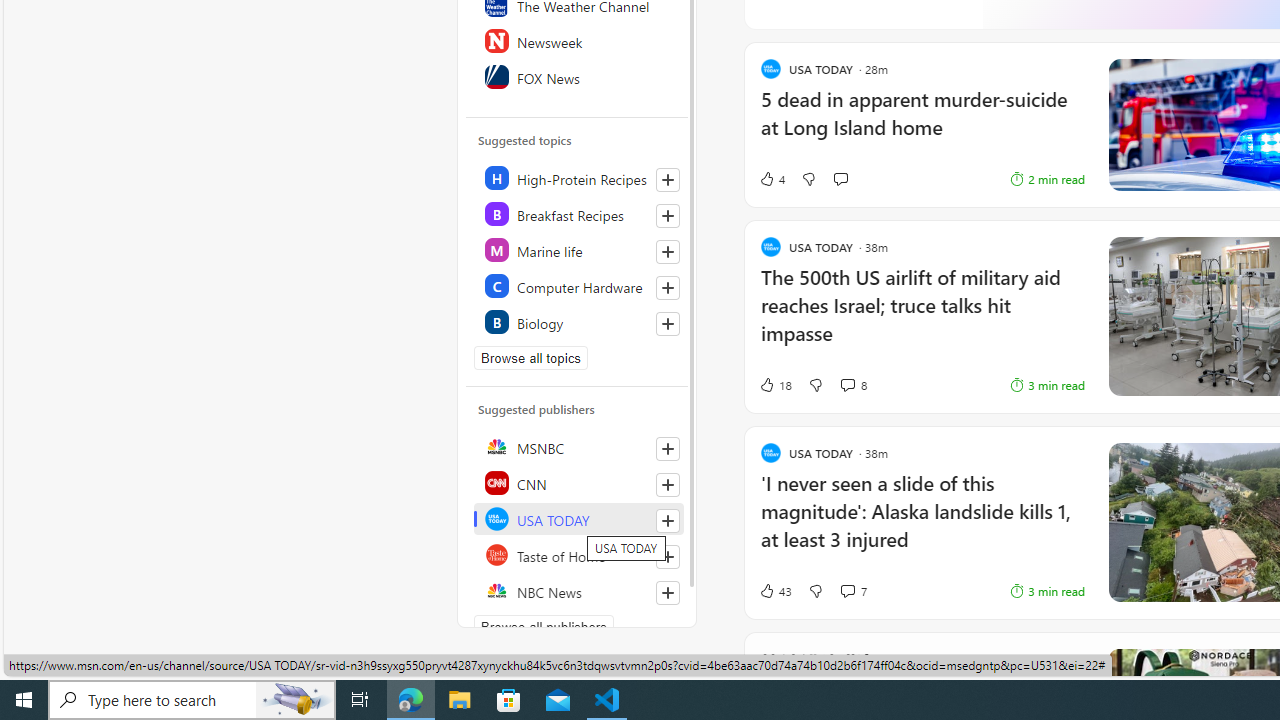 This screenshot has height=720, width=1280. I want to click on 'Browse all topics', so click(531, 357).